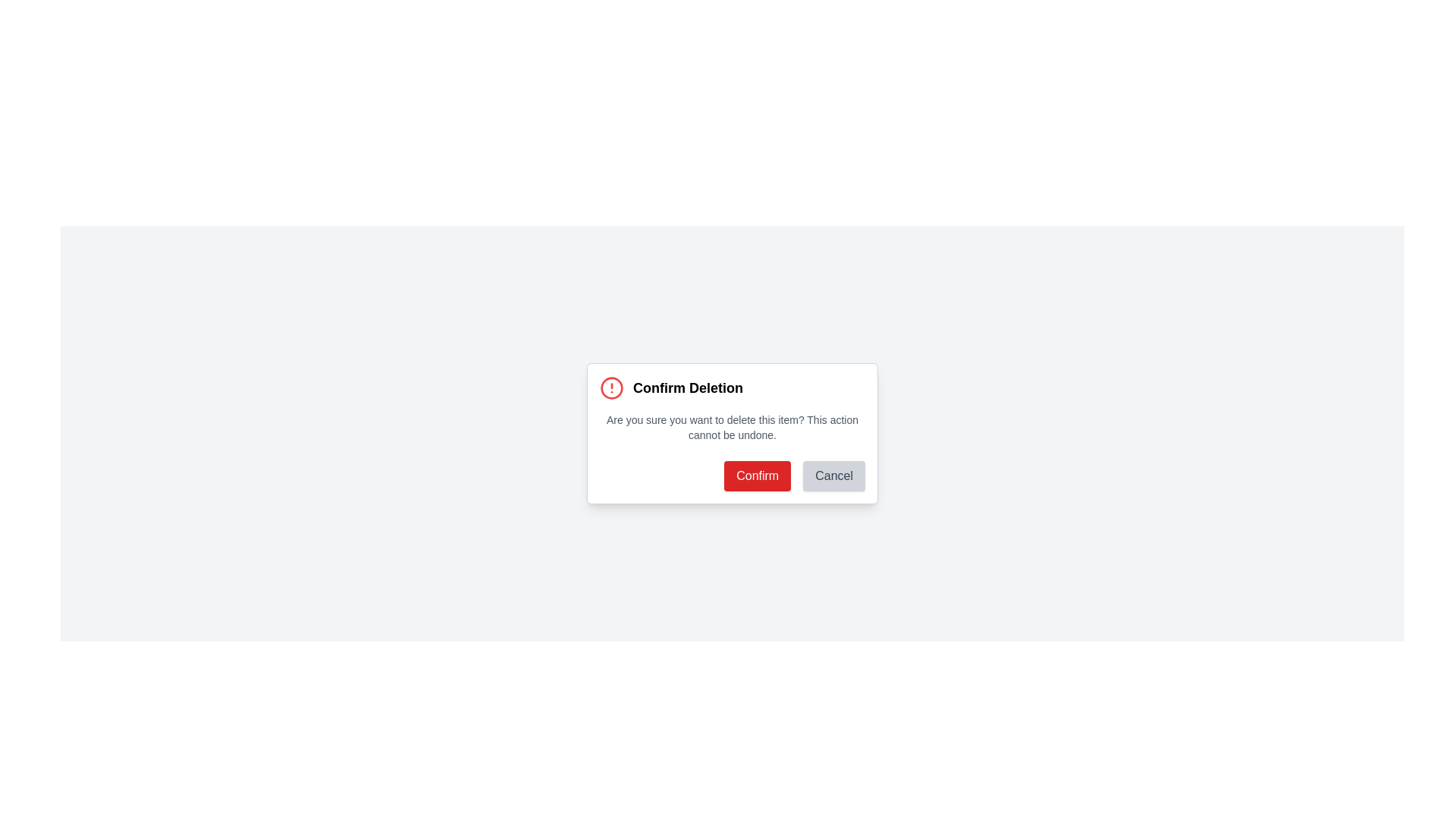 Image resolution: width=1456 pixels, height=819 pixels. Describe the element at coordinates (732, 388) in the screenshot. I see `the title text element within the modal that indicates the purpose of the dialog box for confirming item deletion` at that location.